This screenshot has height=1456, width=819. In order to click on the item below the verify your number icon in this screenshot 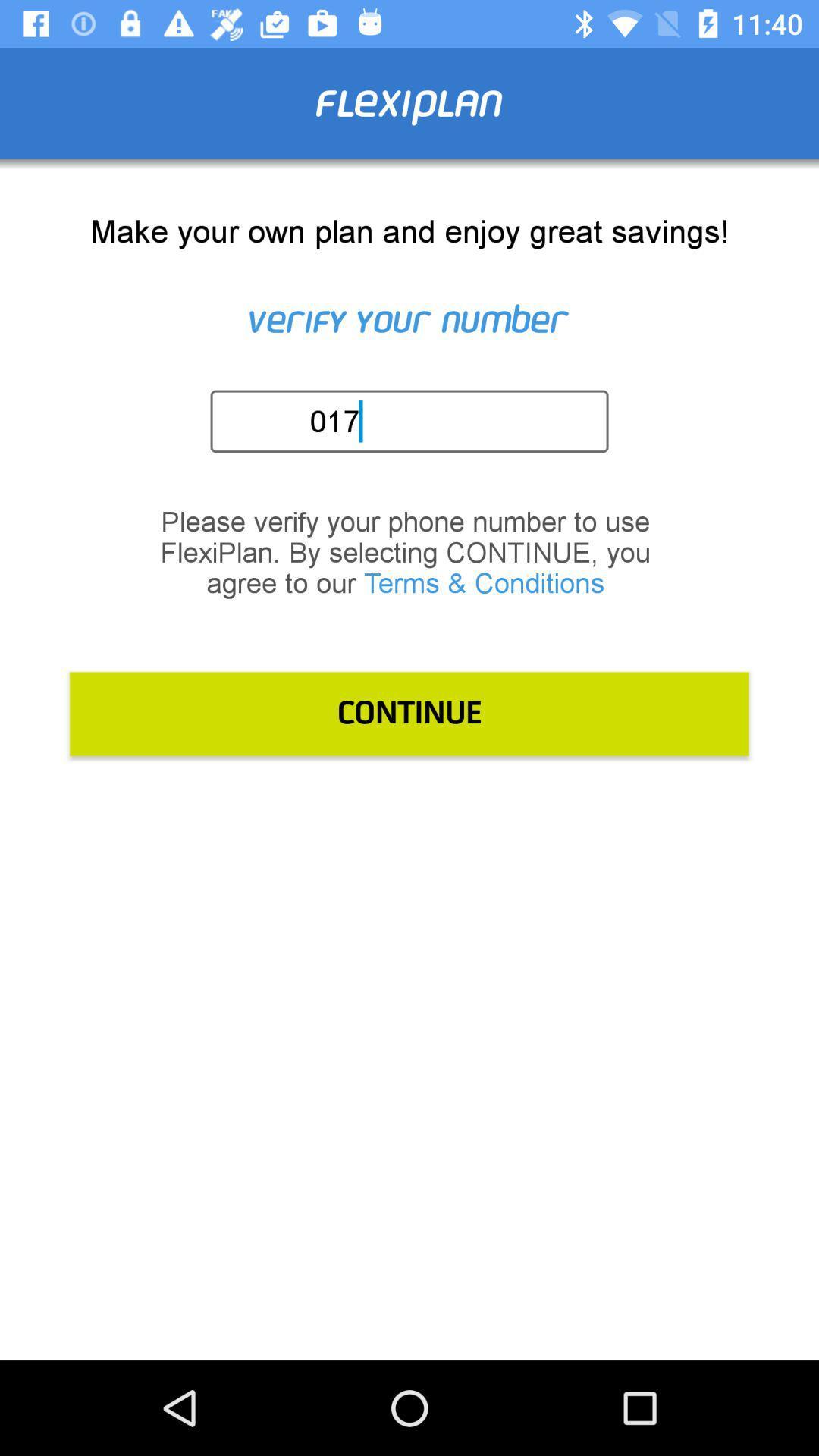, I will do `click(414, 421)`.